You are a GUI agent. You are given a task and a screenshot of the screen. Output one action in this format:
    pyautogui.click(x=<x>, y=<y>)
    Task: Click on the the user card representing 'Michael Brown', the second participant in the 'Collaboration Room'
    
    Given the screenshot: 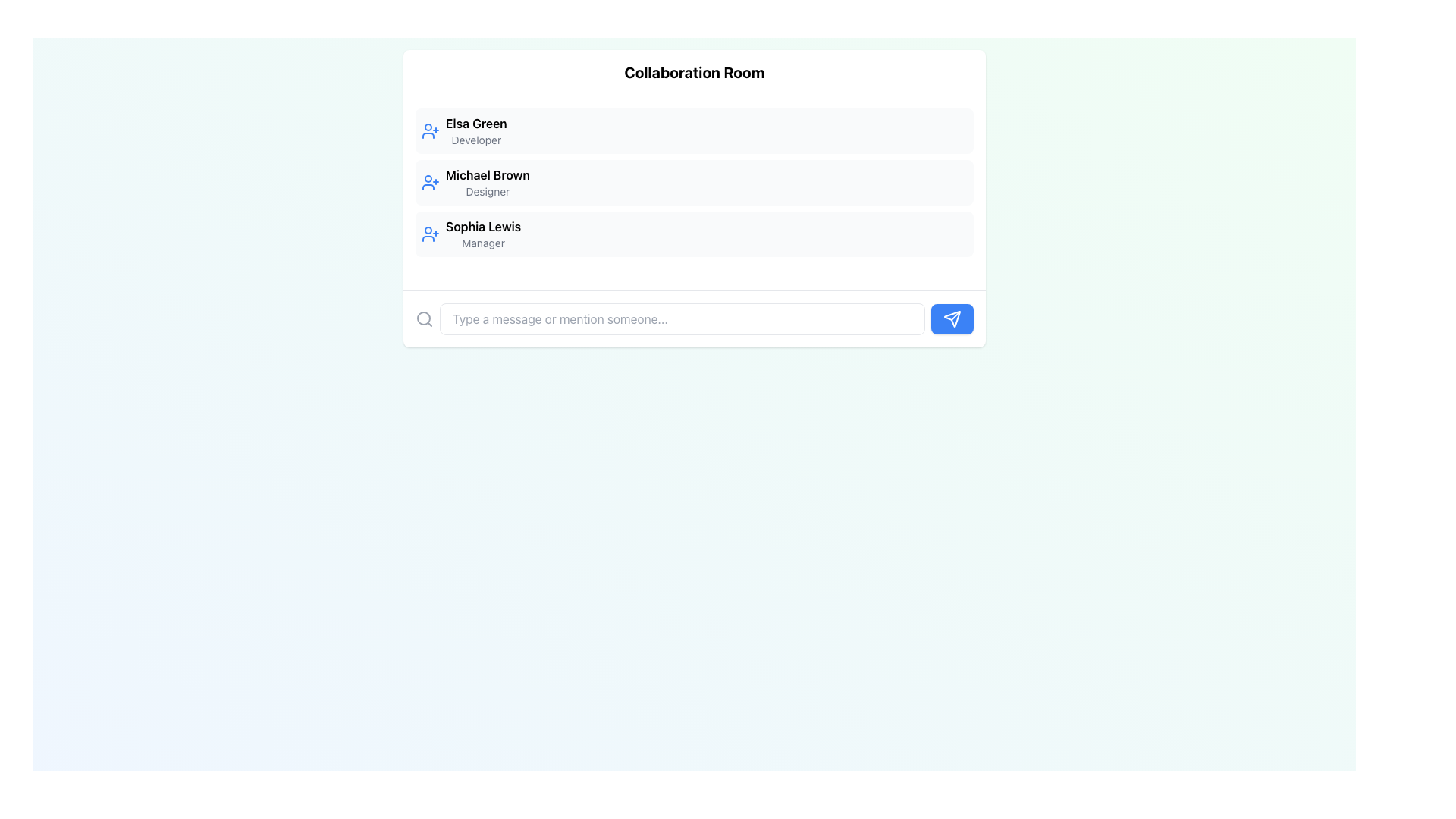 What is the action you would take?
    pyautogui.click(x=694, y=198)
    